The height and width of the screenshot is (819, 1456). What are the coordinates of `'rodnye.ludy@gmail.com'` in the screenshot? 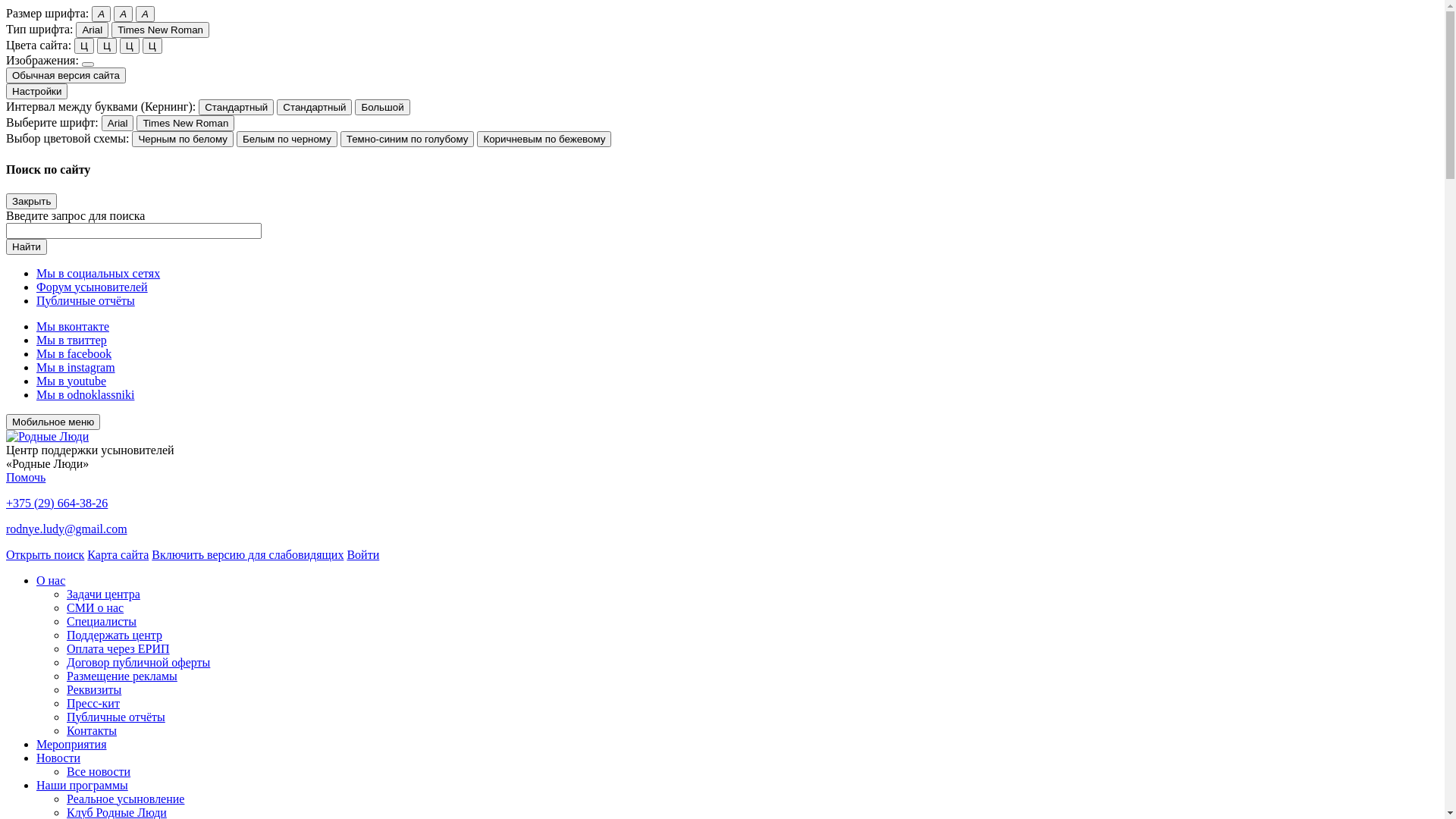 It's located at (65, 528).